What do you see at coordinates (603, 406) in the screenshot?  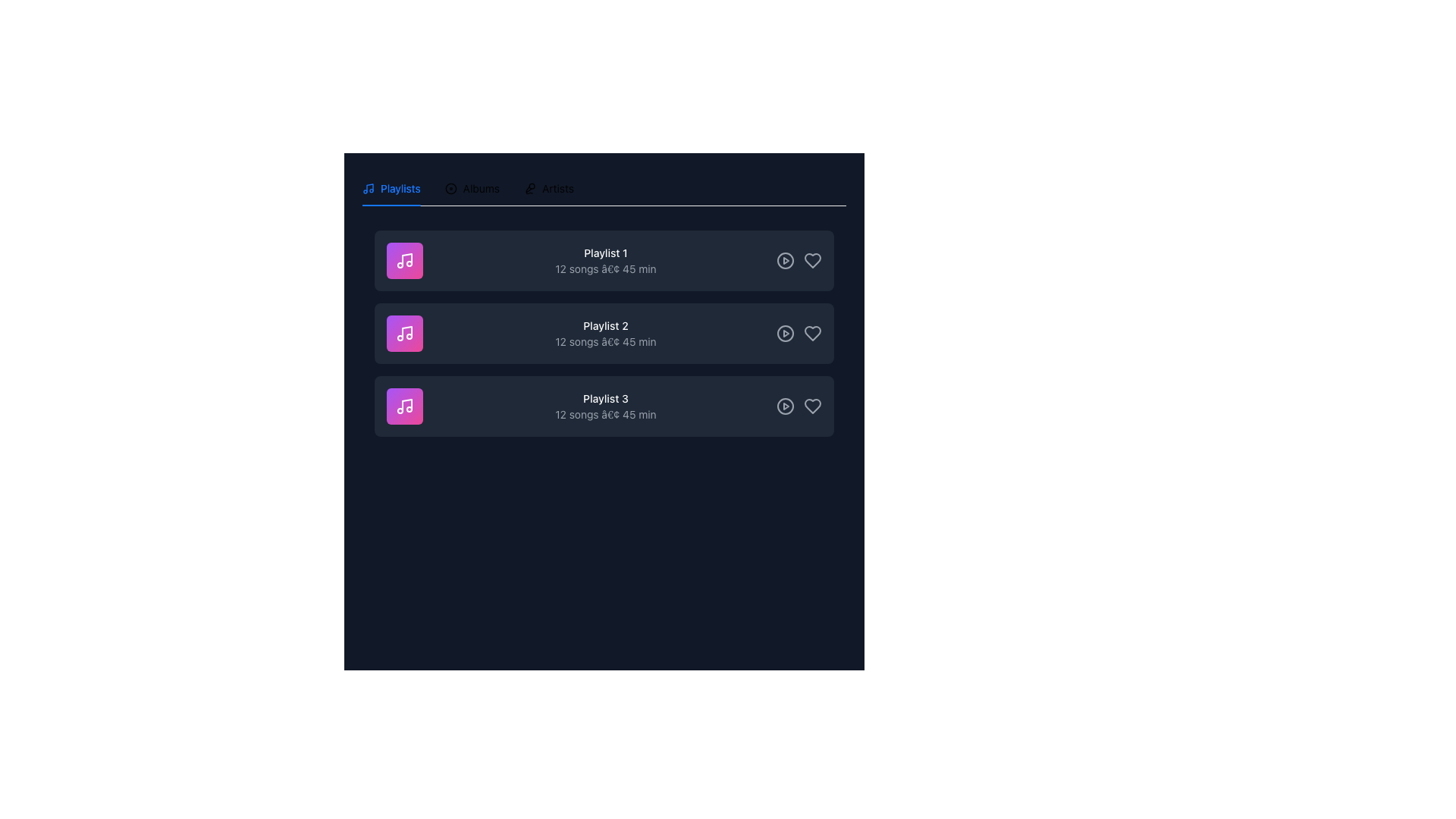 I see `the third playlist entry titled 'Playlist 3'` at bounding box center [603, 406].